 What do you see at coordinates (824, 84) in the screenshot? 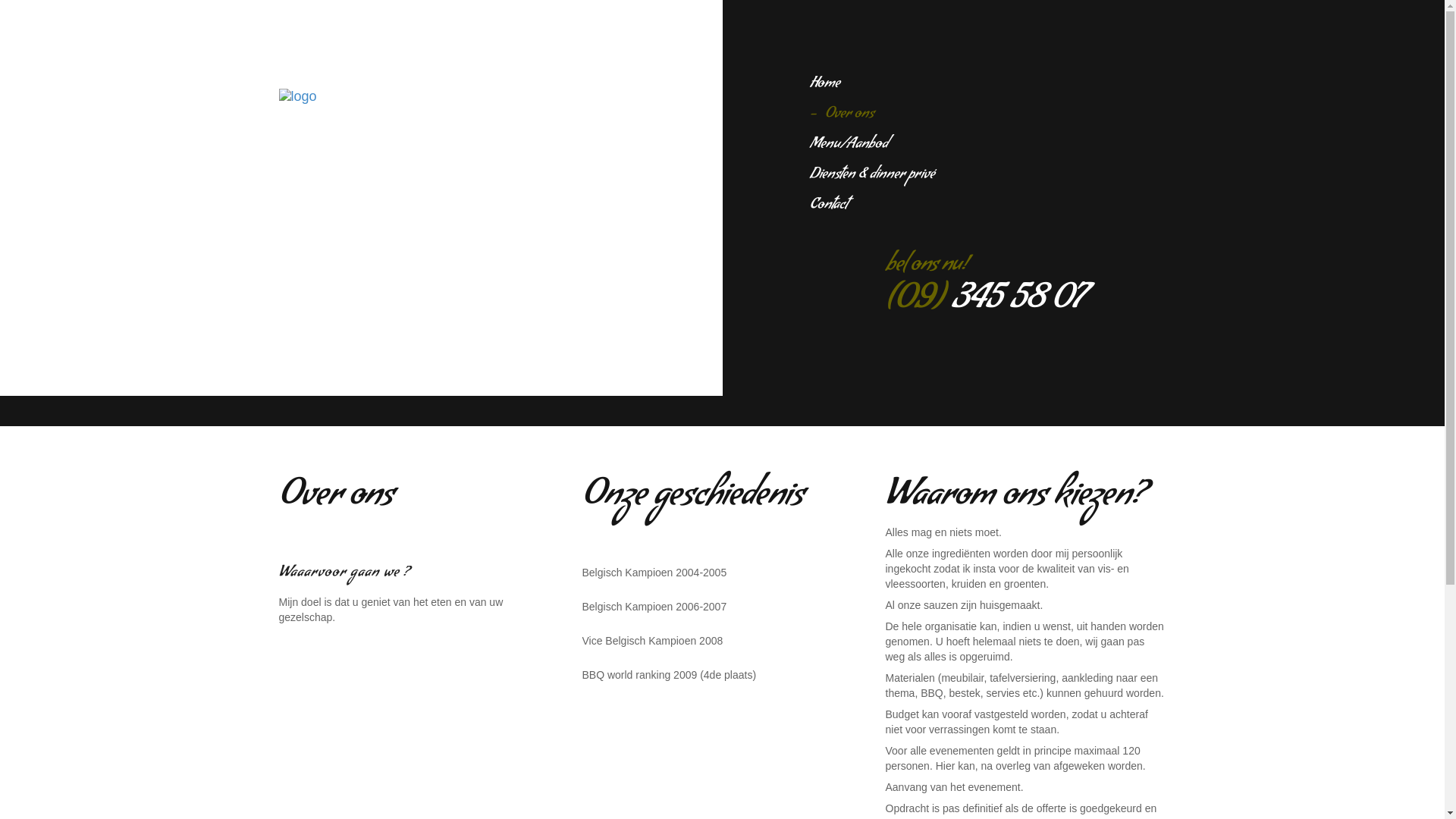
I see `'Home'` at bounding box center [824, 84].